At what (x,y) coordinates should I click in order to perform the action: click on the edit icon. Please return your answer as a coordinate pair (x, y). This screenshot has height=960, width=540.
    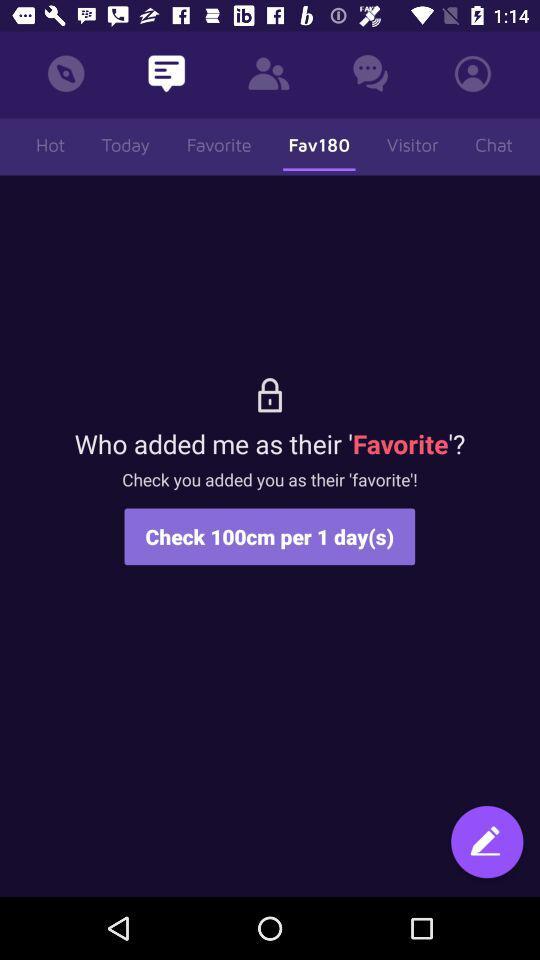
    Looking at the image, I should click on (486, 843).